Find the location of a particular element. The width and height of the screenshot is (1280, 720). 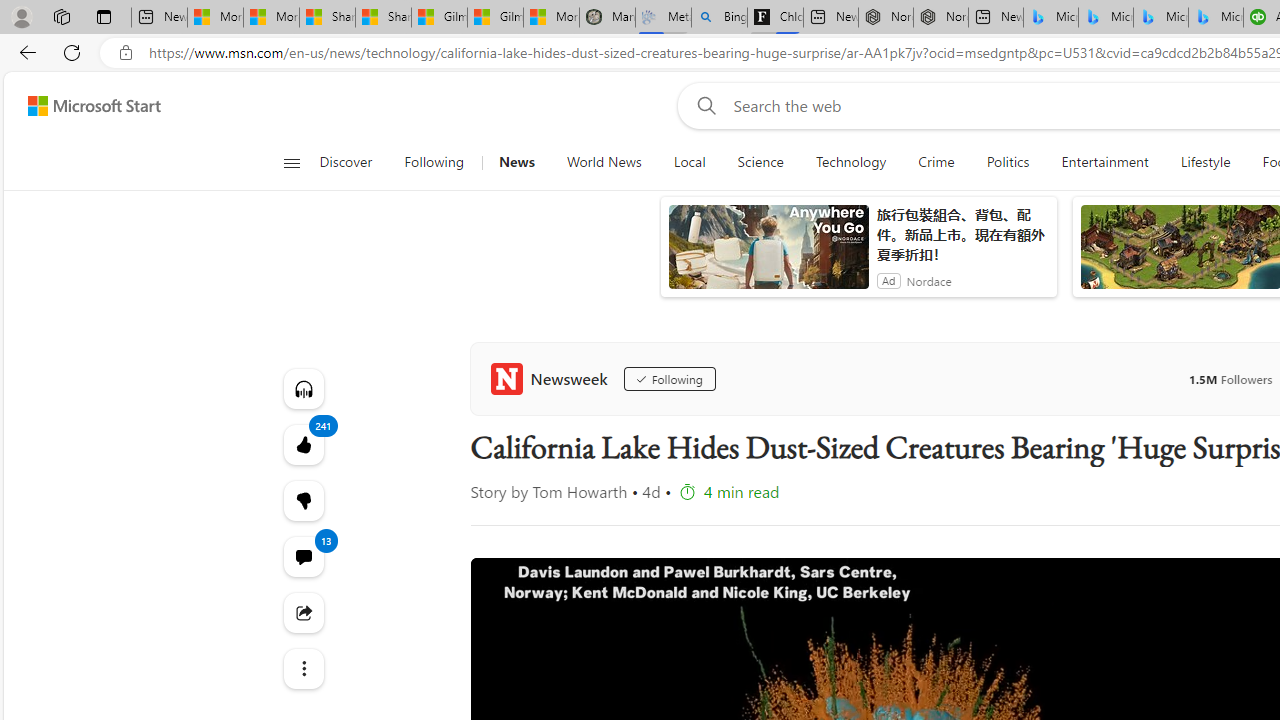

'Microsoft Bing Travel - Shangri-La Hotel Bangkok' is located at coordinates (1215, 17).